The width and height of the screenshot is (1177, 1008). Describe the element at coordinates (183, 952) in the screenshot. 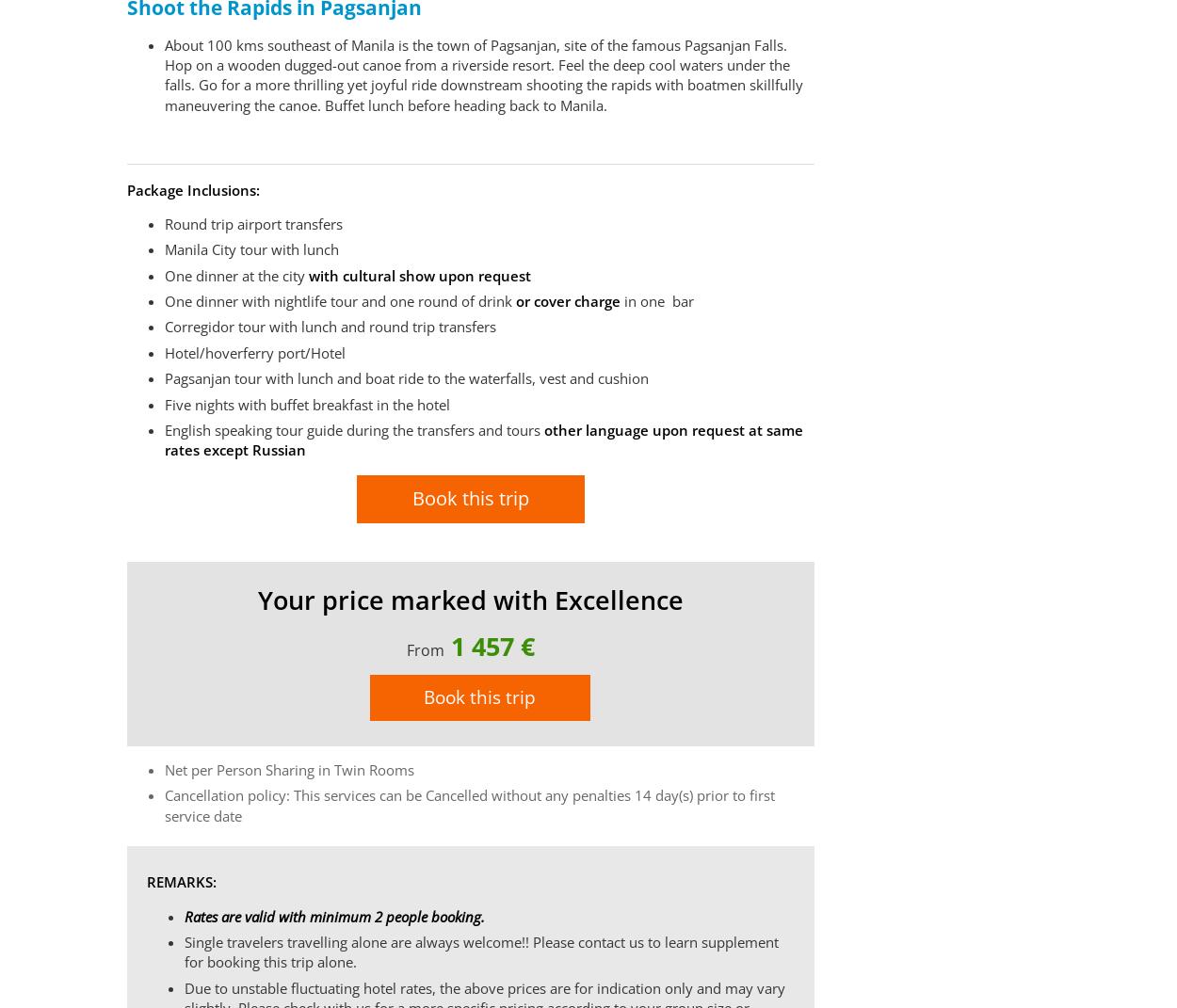

I see `'Single travelers travelling alone are always welcome!! Please contact us to learn supplement for booking this trip alone.'` at that location.